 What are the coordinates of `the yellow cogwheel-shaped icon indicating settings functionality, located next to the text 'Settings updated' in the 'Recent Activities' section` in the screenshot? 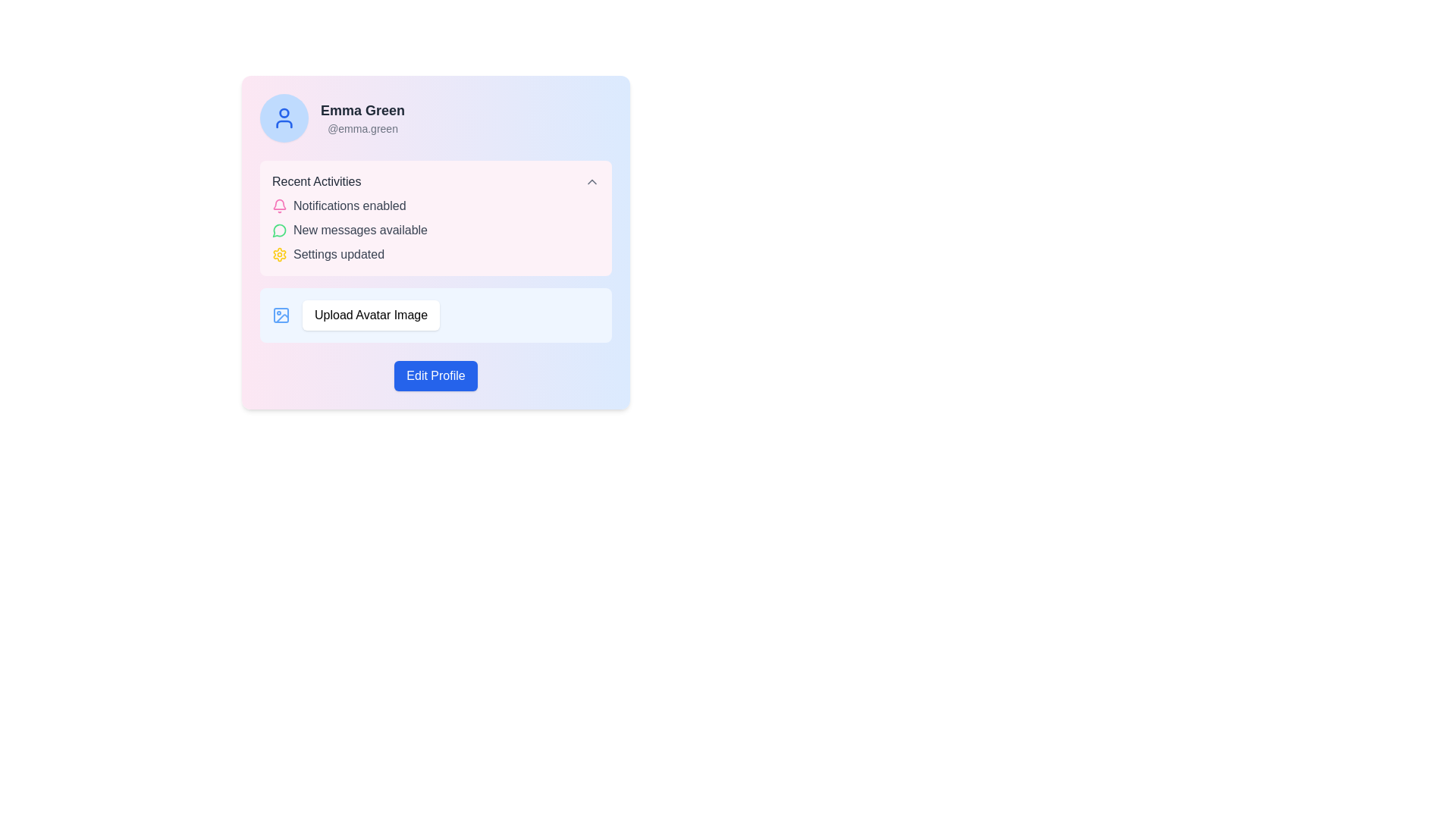 It's located at (280, 253).